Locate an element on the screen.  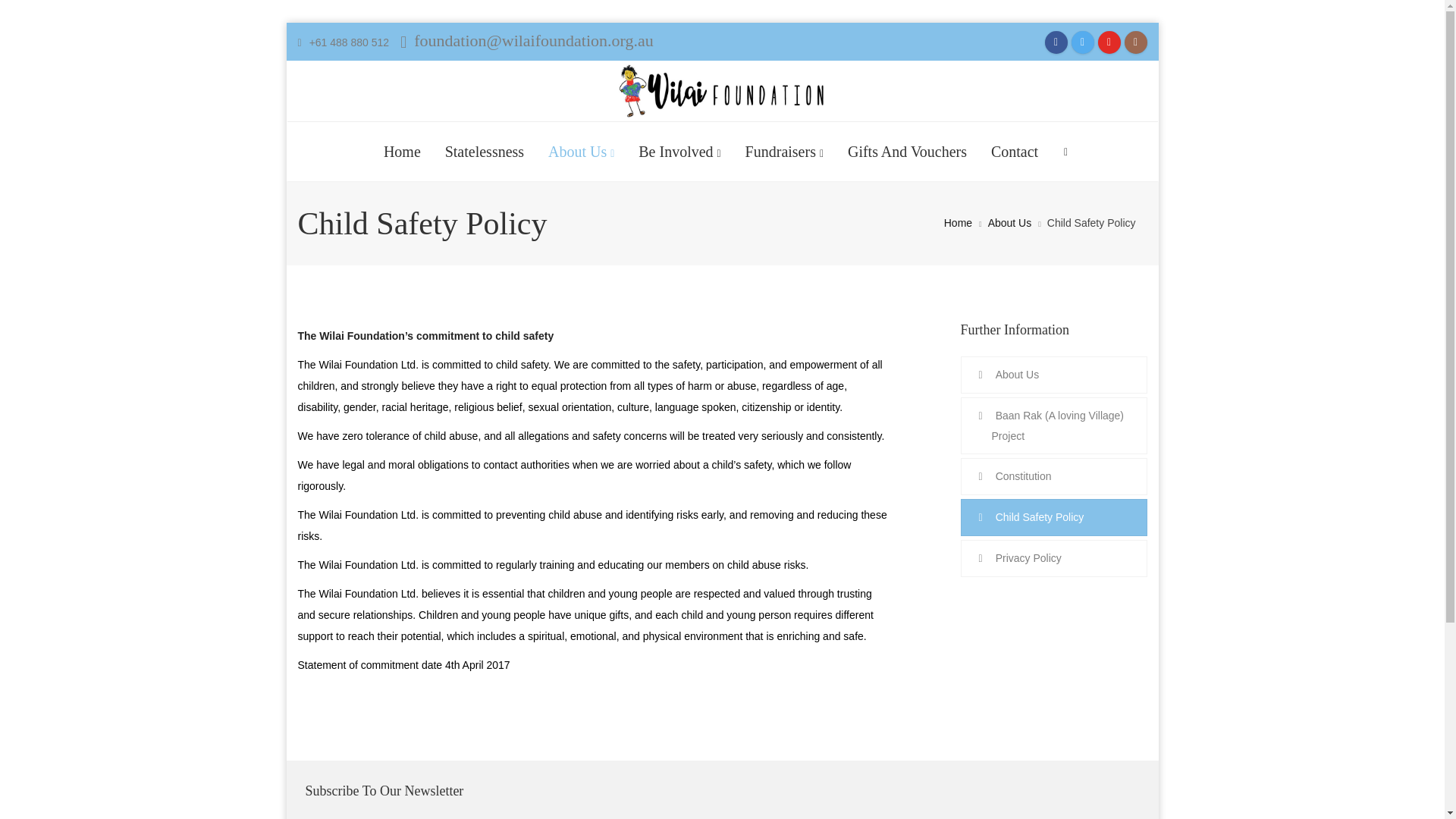
'Constitution' is located at coordinates (959, 475).